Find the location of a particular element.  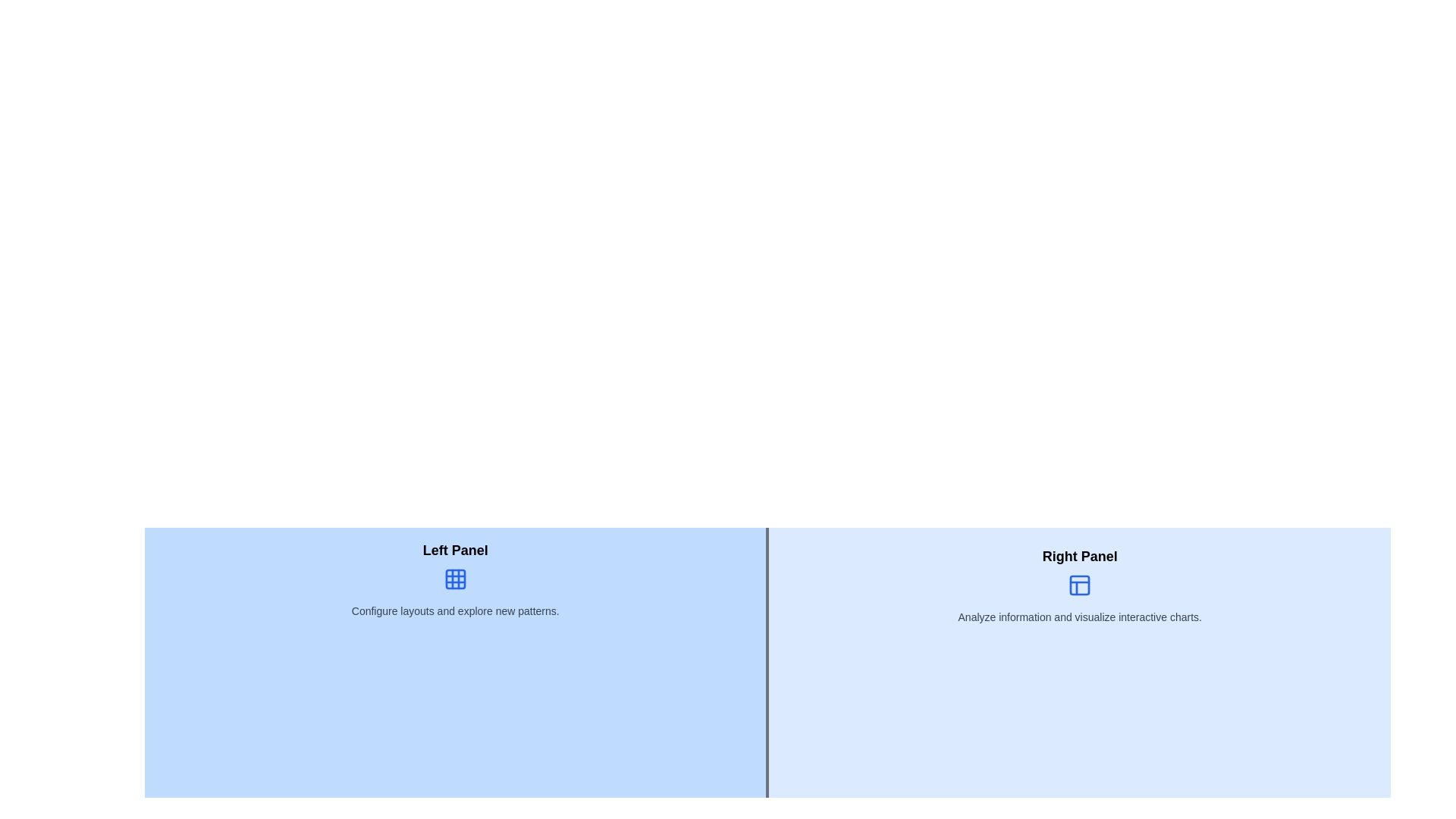

text label that identifies the right panel of the interface, positioned at the top center of the right panel is located at coordinates (1079, 556).